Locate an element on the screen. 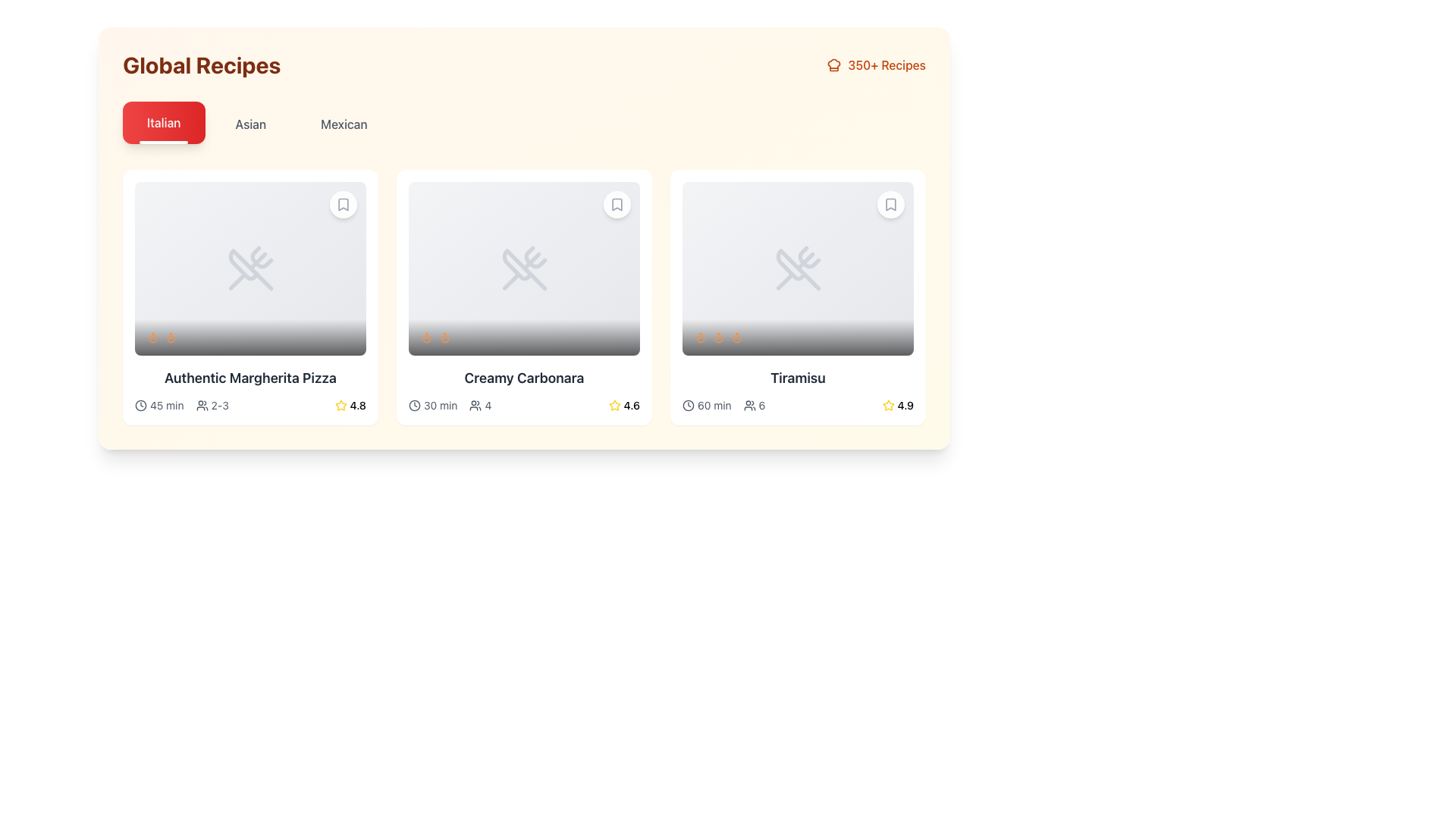 Image resolution: width=1456 pixels, height=819 pixels. numeric rating value from the text label located at the bottom-right corner of the 'Creamy Carbonara' recipe card, next to the yellow star icon is located at coordinates (632, 404).